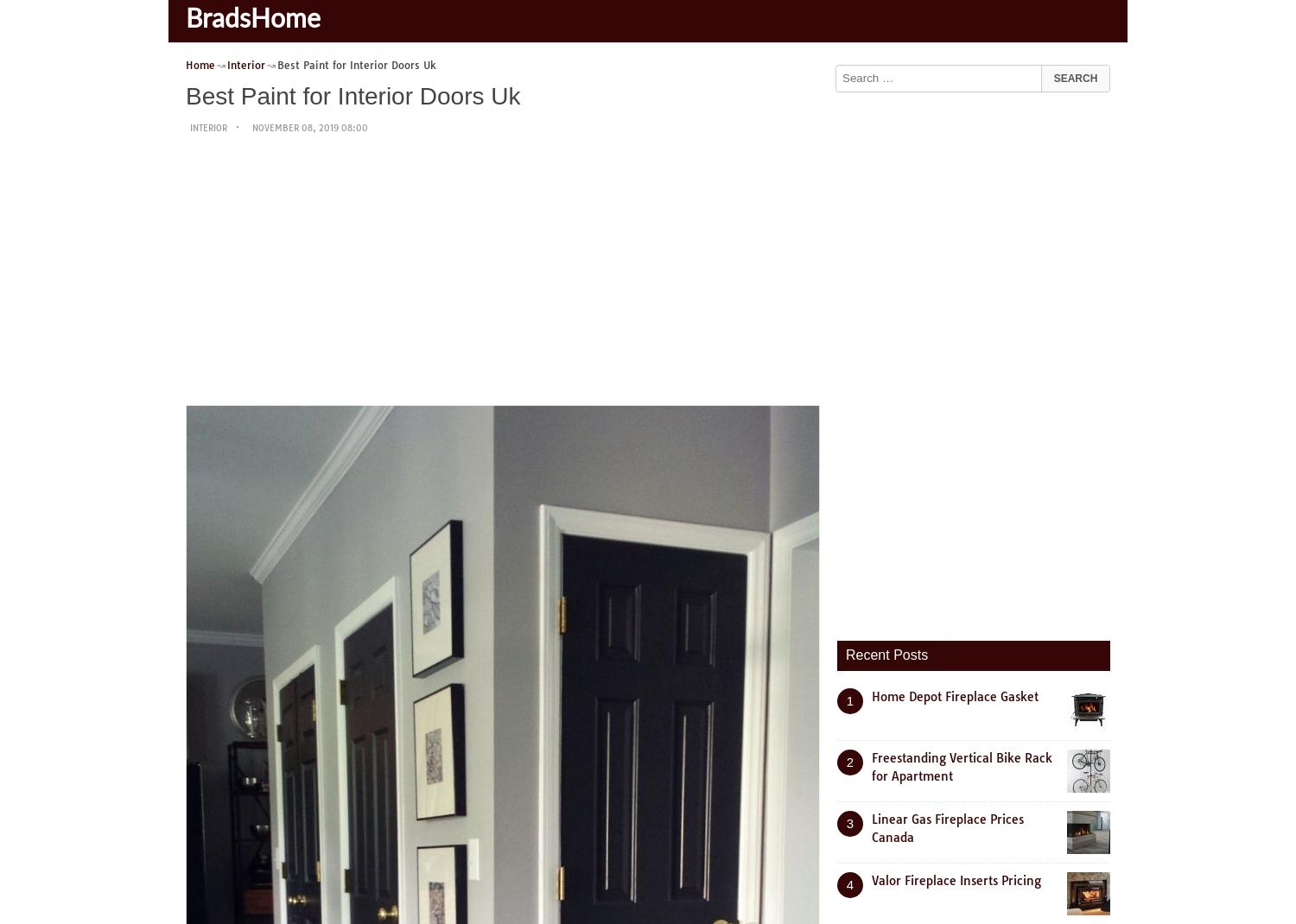 This screenshot has height=924, width=1296. Describe the element at coordinates (308, 128) in the screenshot. I see `'November 08, 2019 08:00'` at that location.